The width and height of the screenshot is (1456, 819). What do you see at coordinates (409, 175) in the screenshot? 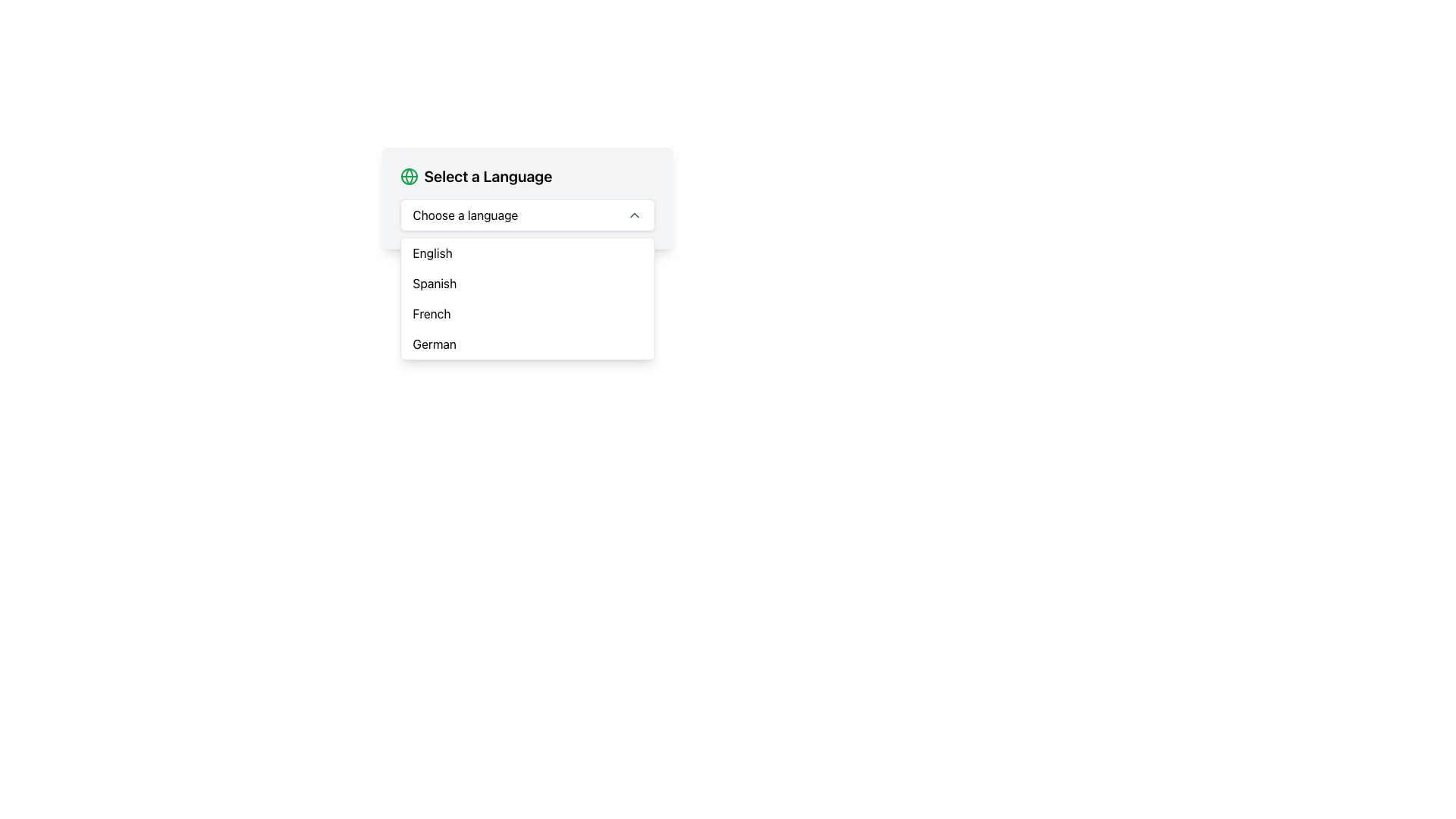
I see `the globe icon which represents languages or global settings, located to the left of the 'Select a Language' text in the upper portion of the interface` at bounding box center [409, 175].